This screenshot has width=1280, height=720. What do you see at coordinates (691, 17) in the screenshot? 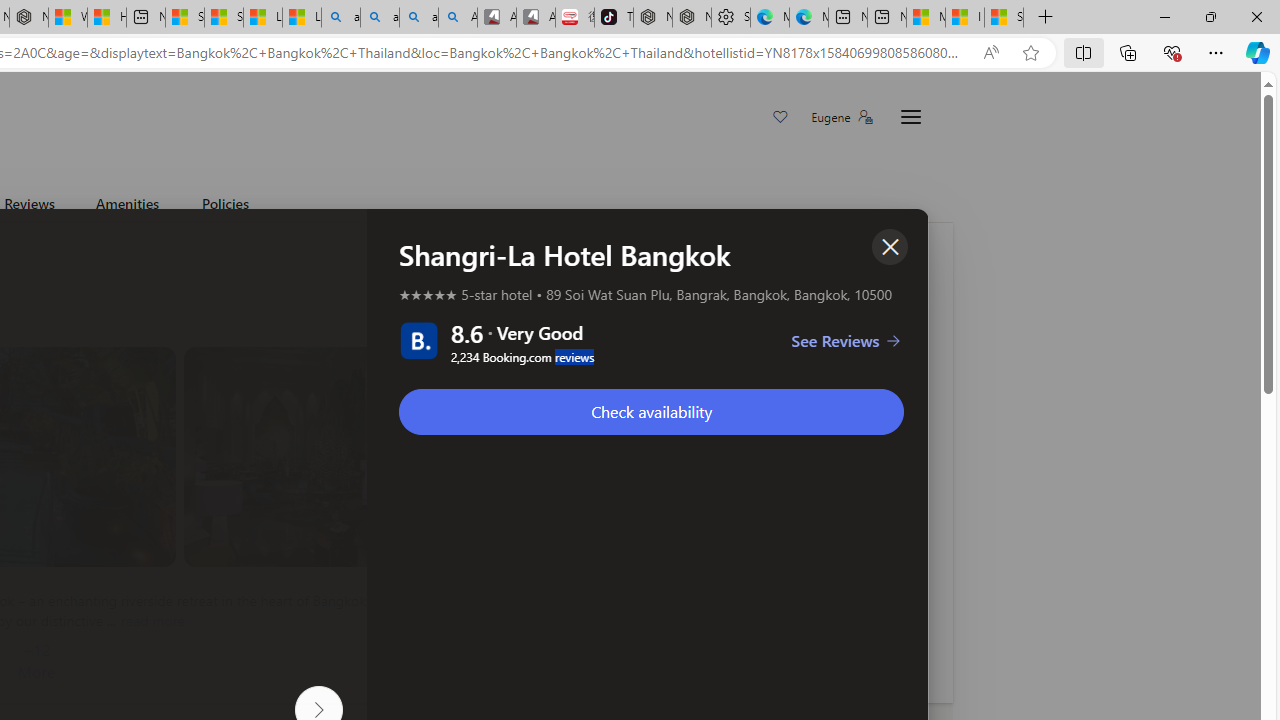
I see `'Nordace Siena Pro 15 Backpack'` at bounding box center [691, 17].